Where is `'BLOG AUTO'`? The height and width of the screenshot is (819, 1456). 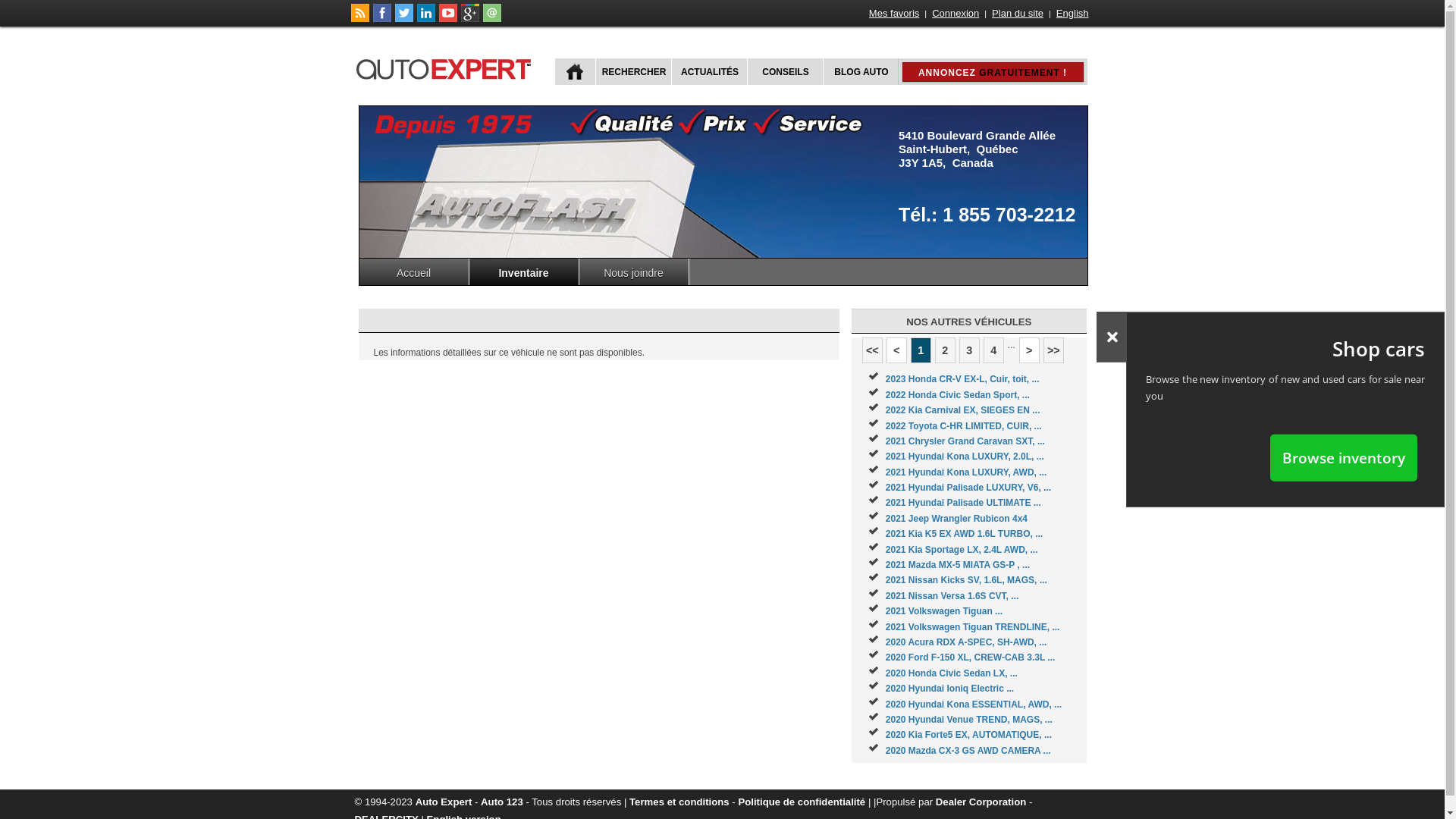
'BLOG AUTO' is located at coordinates (859, 71).